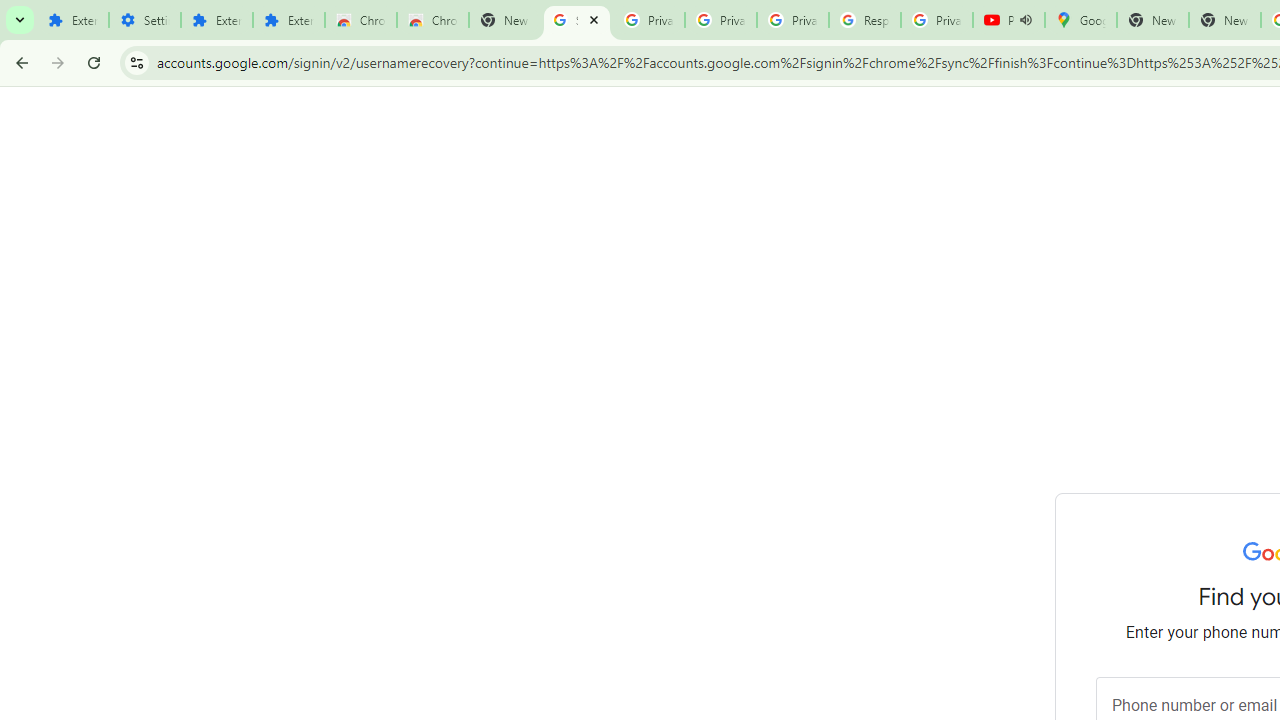 Image resolution: width=1280 pixels, height=720 pixels. Describe the element at coordinates (1079, 20) in the screenshot. I see `'Google Maps'` at that location.